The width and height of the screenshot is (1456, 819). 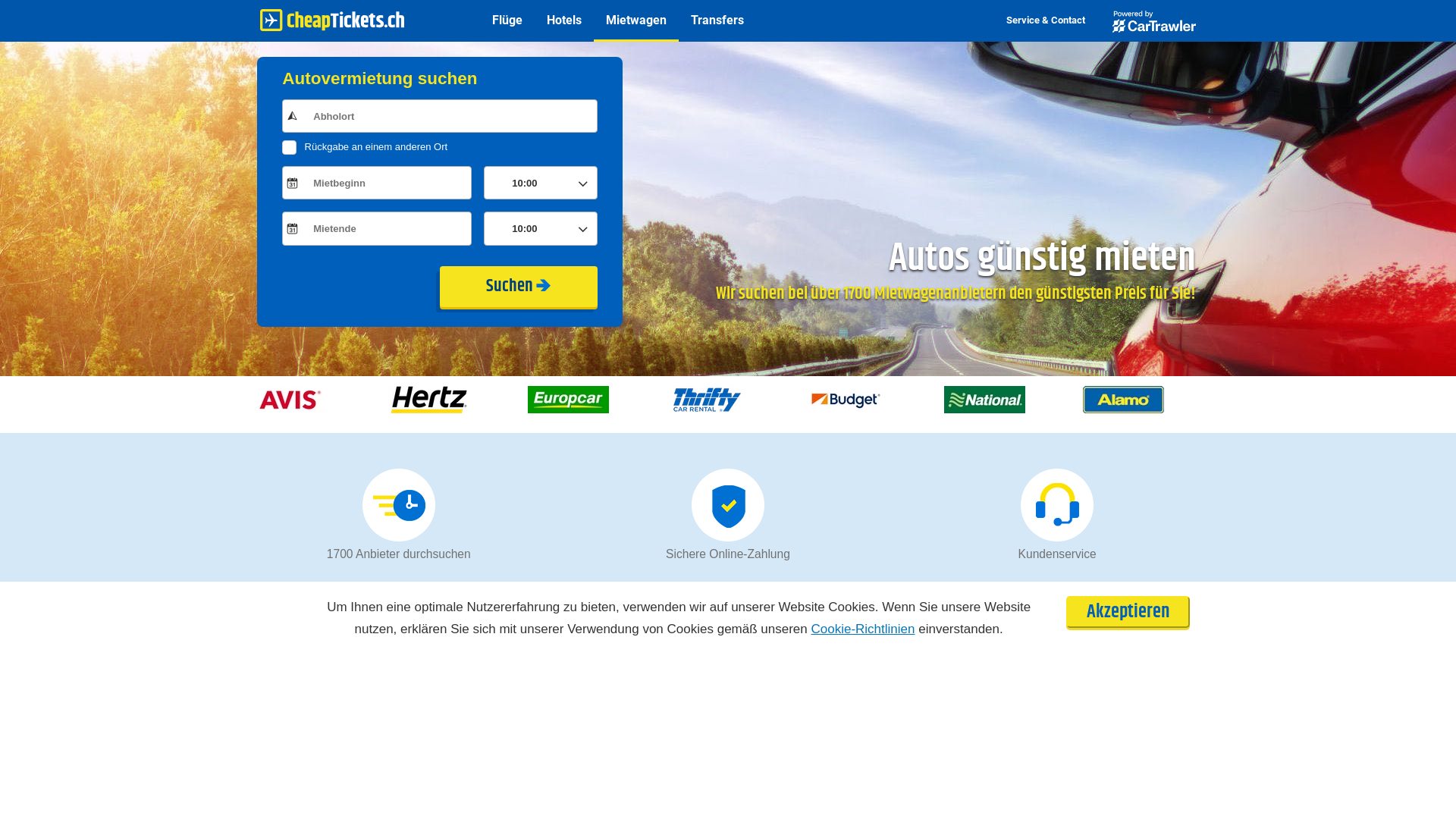 What do you see at coordinates (636, 20) in the screenshot?
I see `'Mietwagen'` at bounding box center [636, 20].